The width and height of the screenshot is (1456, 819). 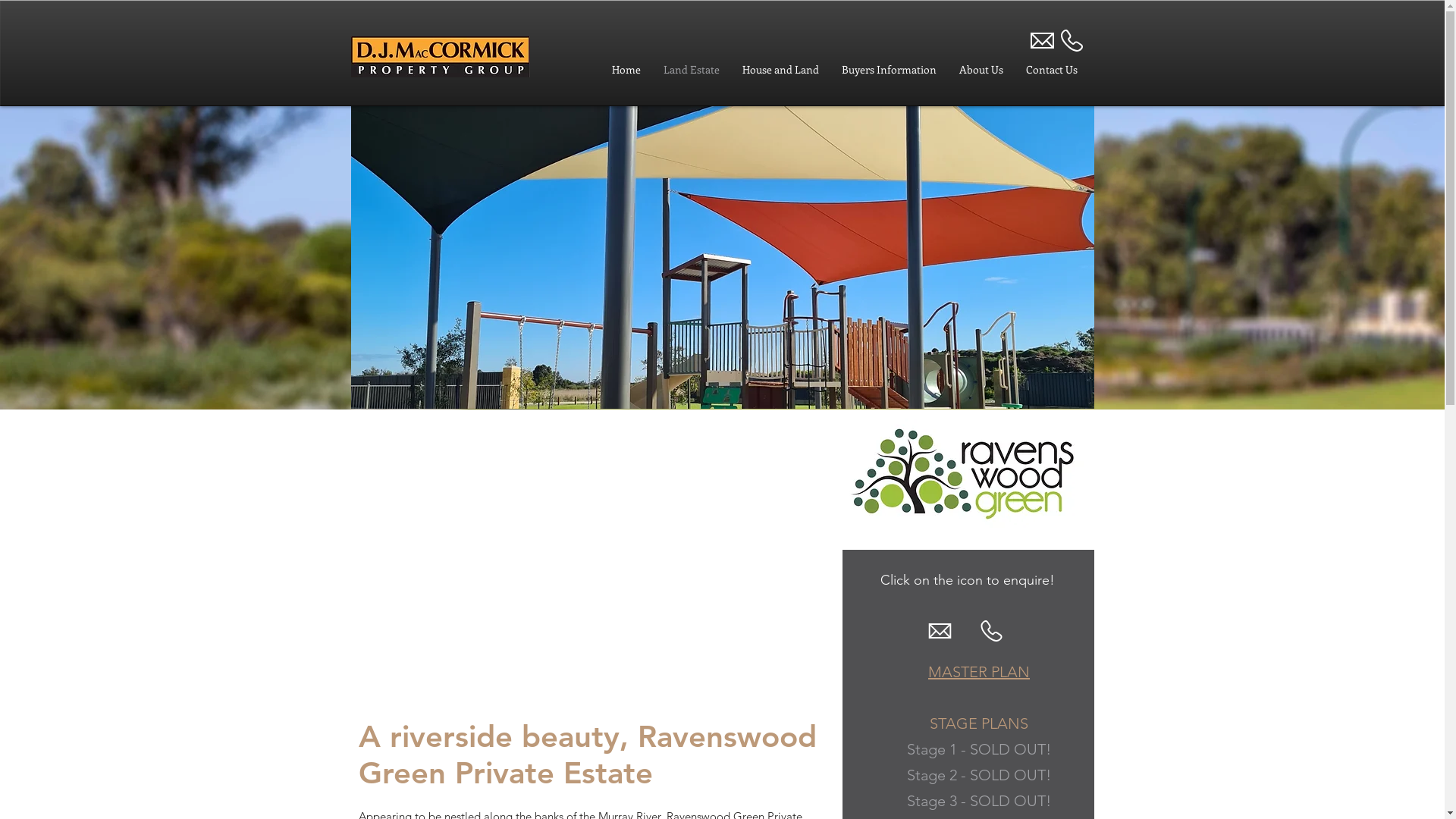 I want to click on 'Stage 1 - SOLD OUT!', so click(x=979, y=748).